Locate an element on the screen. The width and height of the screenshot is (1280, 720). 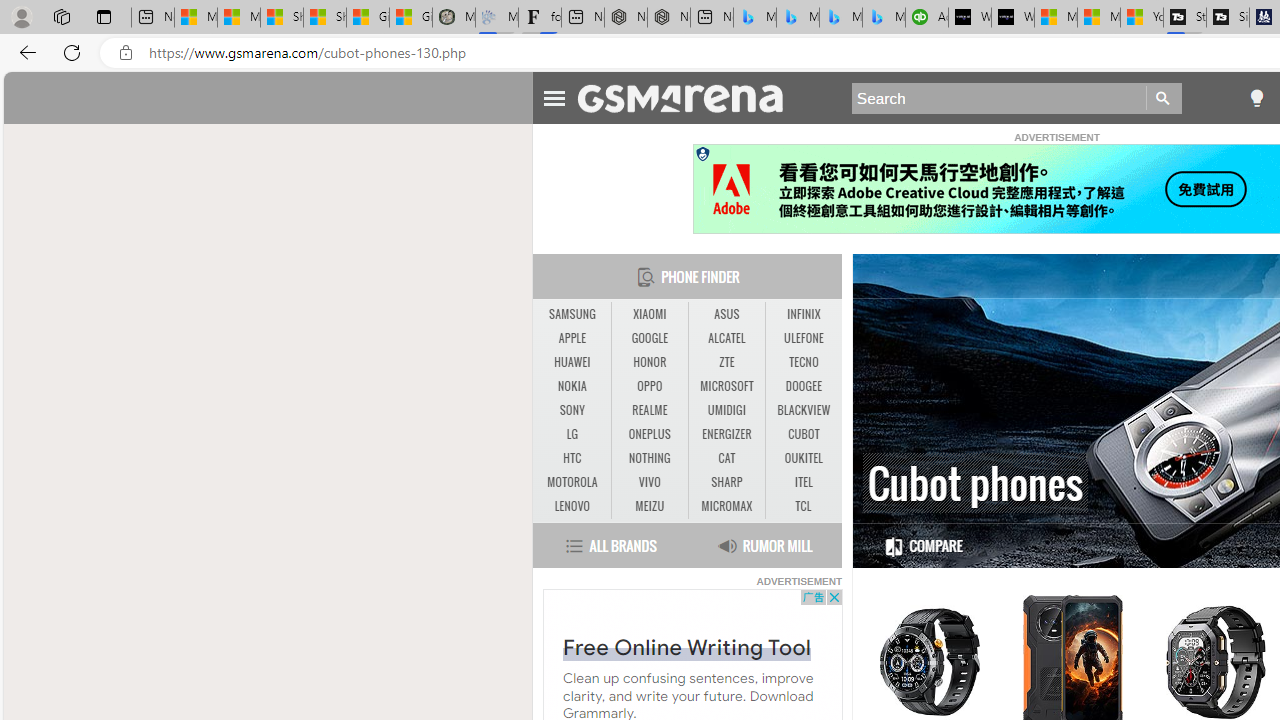
'XIAOMI' is located at coordinates (649, 314).